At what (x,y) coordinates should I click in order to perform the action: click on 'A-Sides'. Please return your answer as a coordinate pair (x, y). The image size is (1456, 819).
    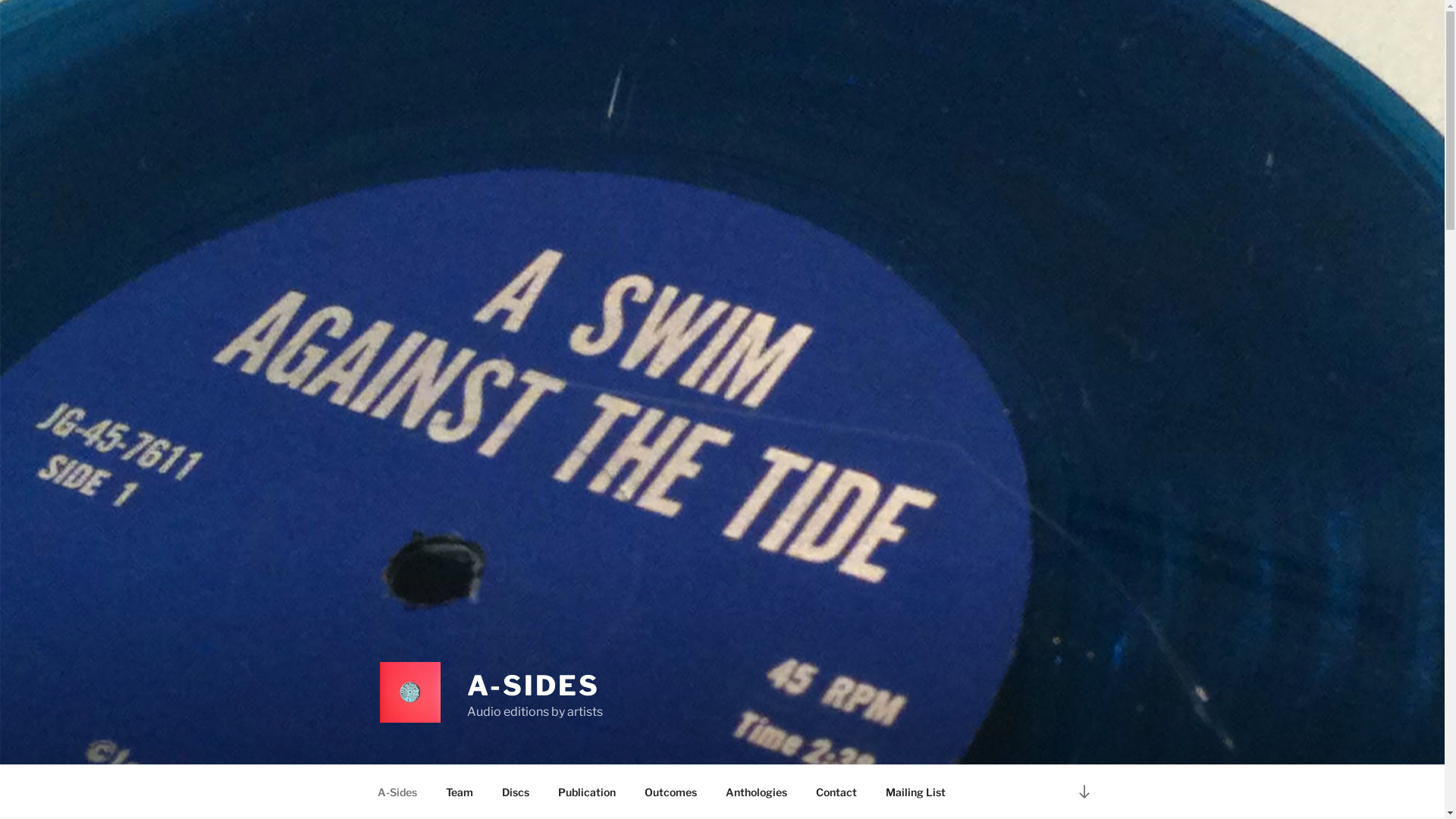
    Looking at the image, I should click on (397, 791).